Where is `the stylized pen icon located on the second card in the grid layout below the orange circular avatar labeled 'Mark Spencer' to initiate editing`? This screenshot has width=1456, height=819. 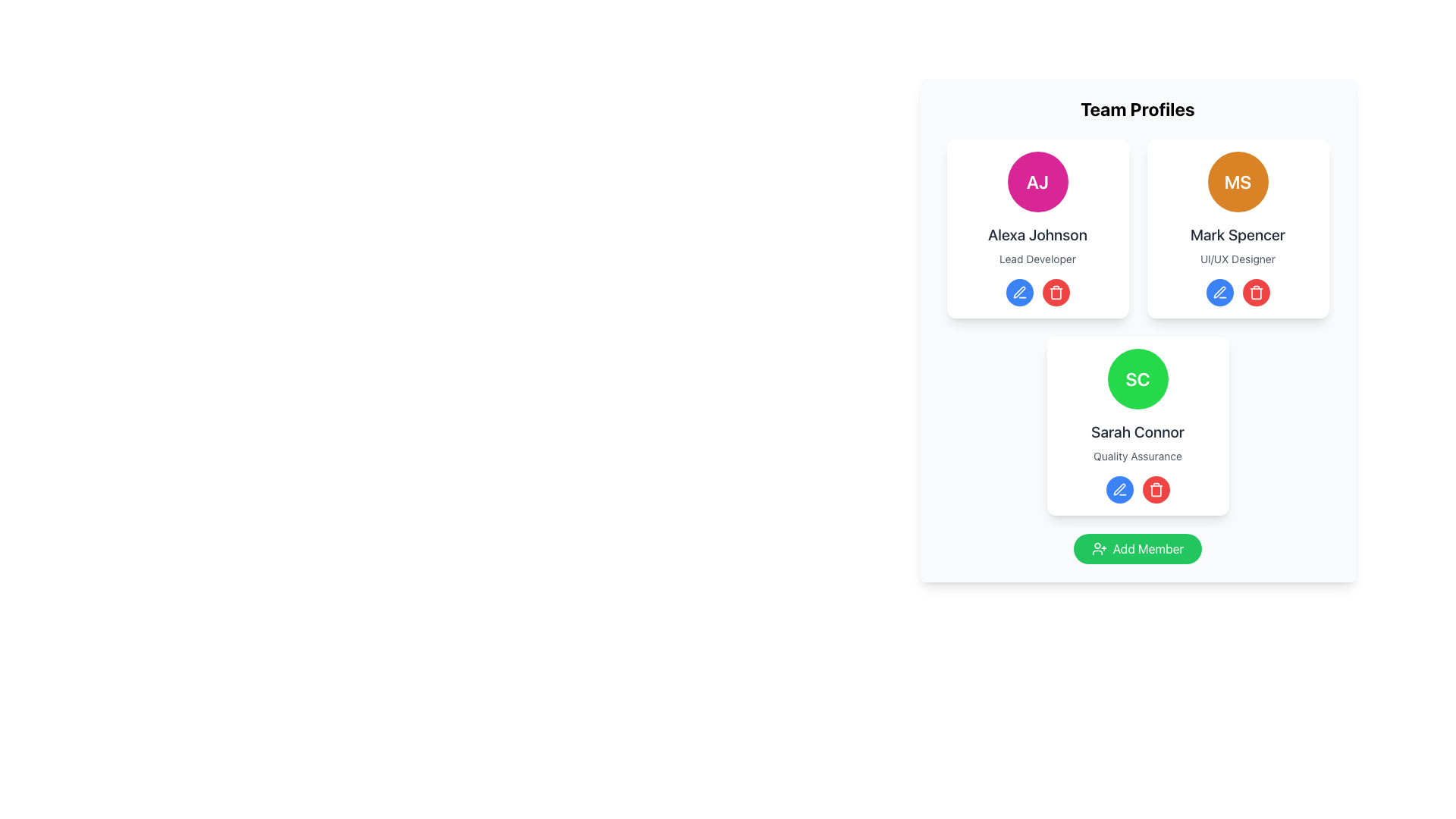
the stylized pen icon located on the second card in the grid layout below the orange circular avatar labeled 'Mark Spencer' to initiate editing is located at coordinates (1219, 292).